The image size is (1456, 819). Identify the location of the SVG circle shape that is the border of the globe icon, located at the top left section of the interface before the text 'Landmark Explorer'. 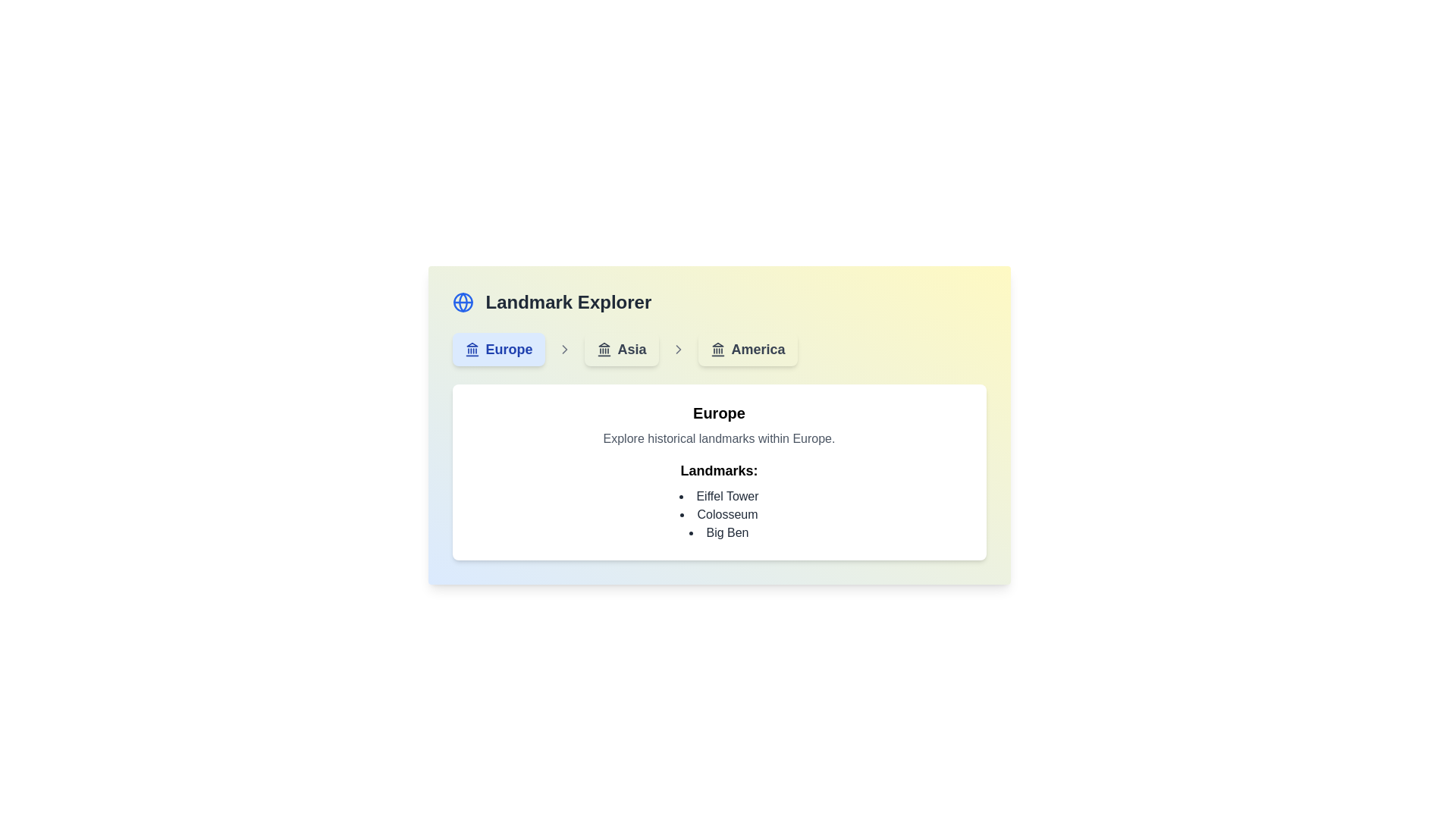
(462, 302).